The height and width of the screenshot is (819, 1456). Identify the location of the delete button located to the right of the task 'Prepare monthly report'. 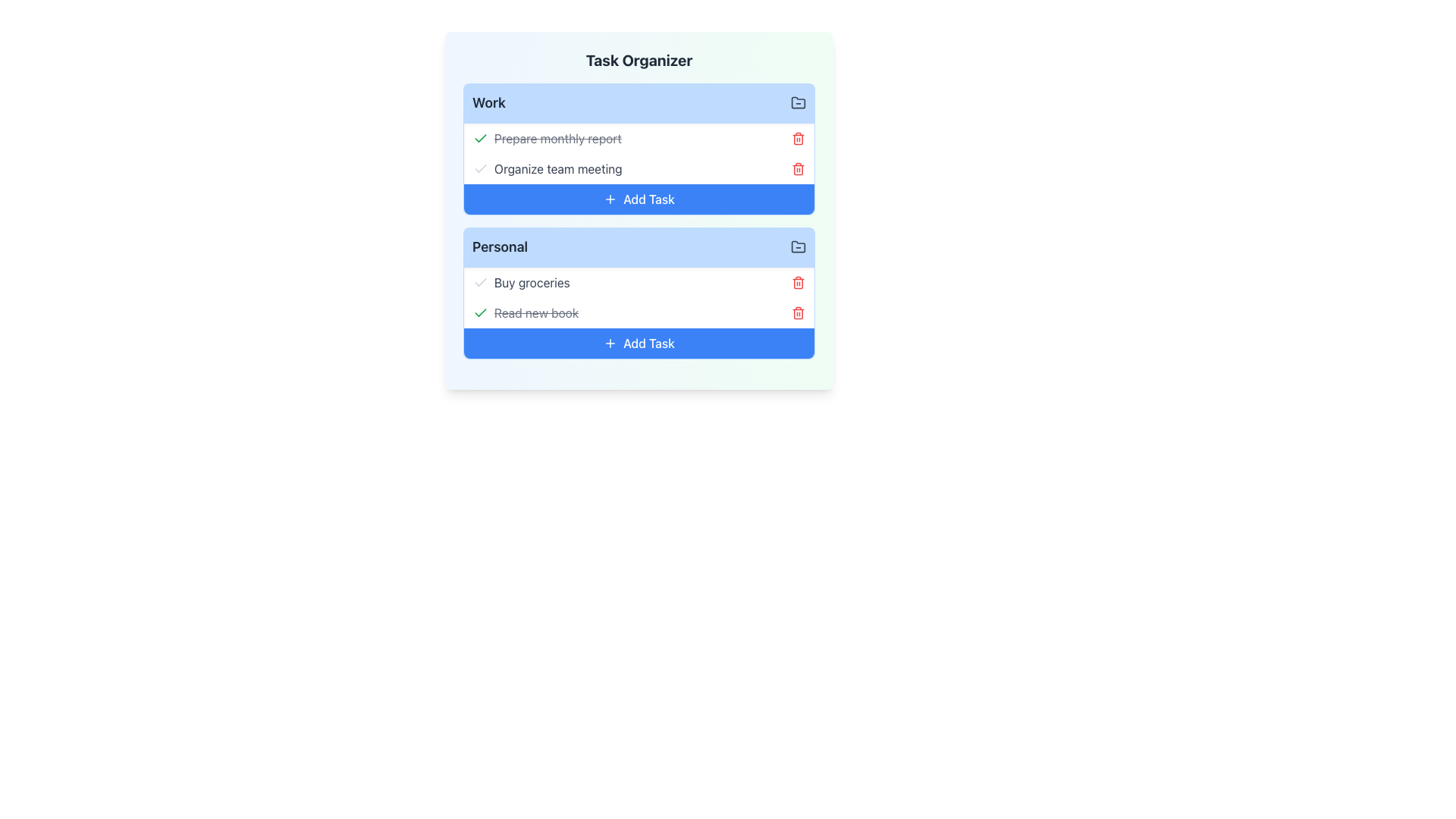
(797, 138).